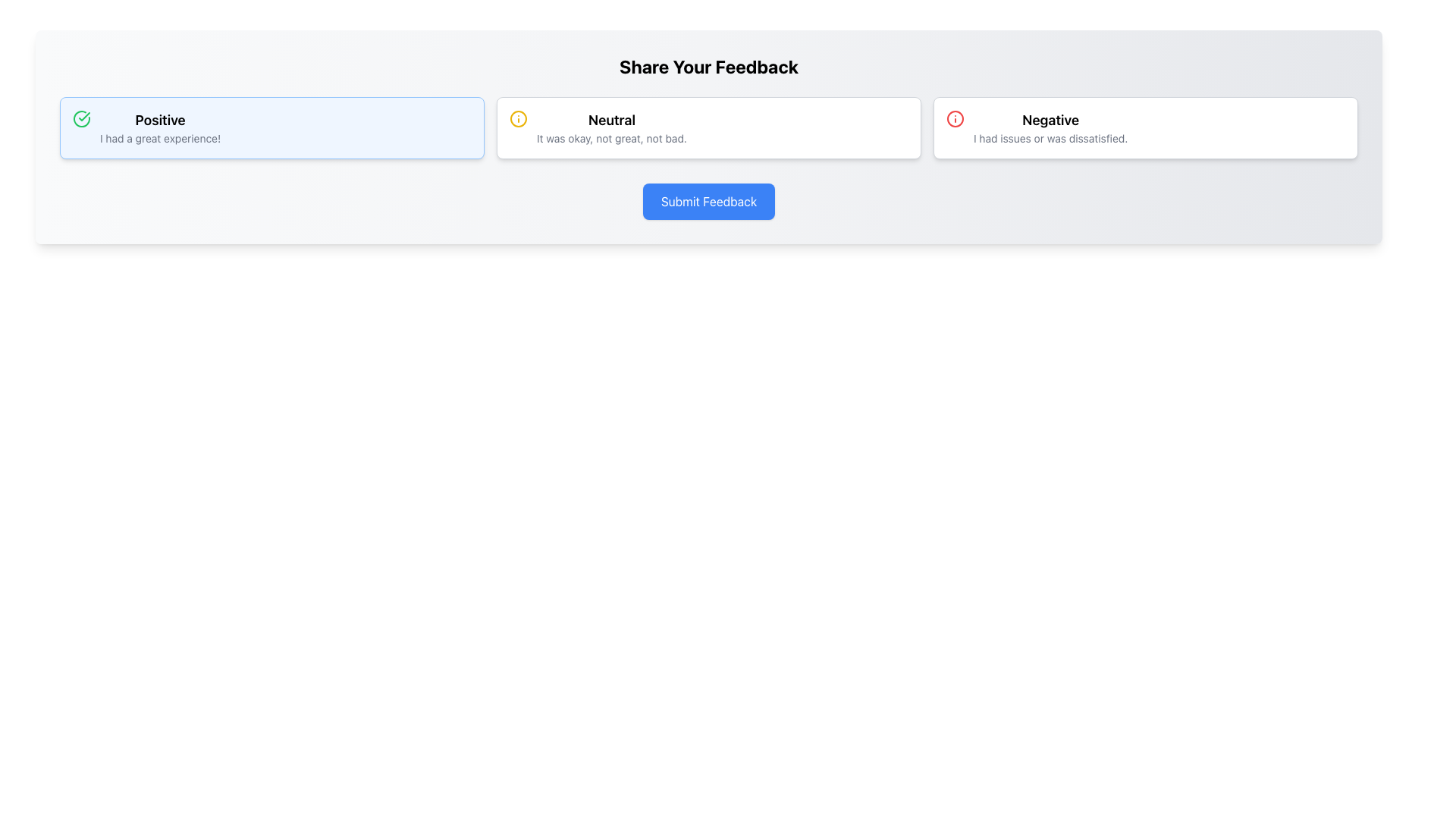 This screenshot has width=1456, height=819. Describe the element at coordinates (160, 138) in the screenshot. I see `the text label that says 'I had a great experience!', which is styled with a small, gray font and located directly below the title 'Positive'` at that location.